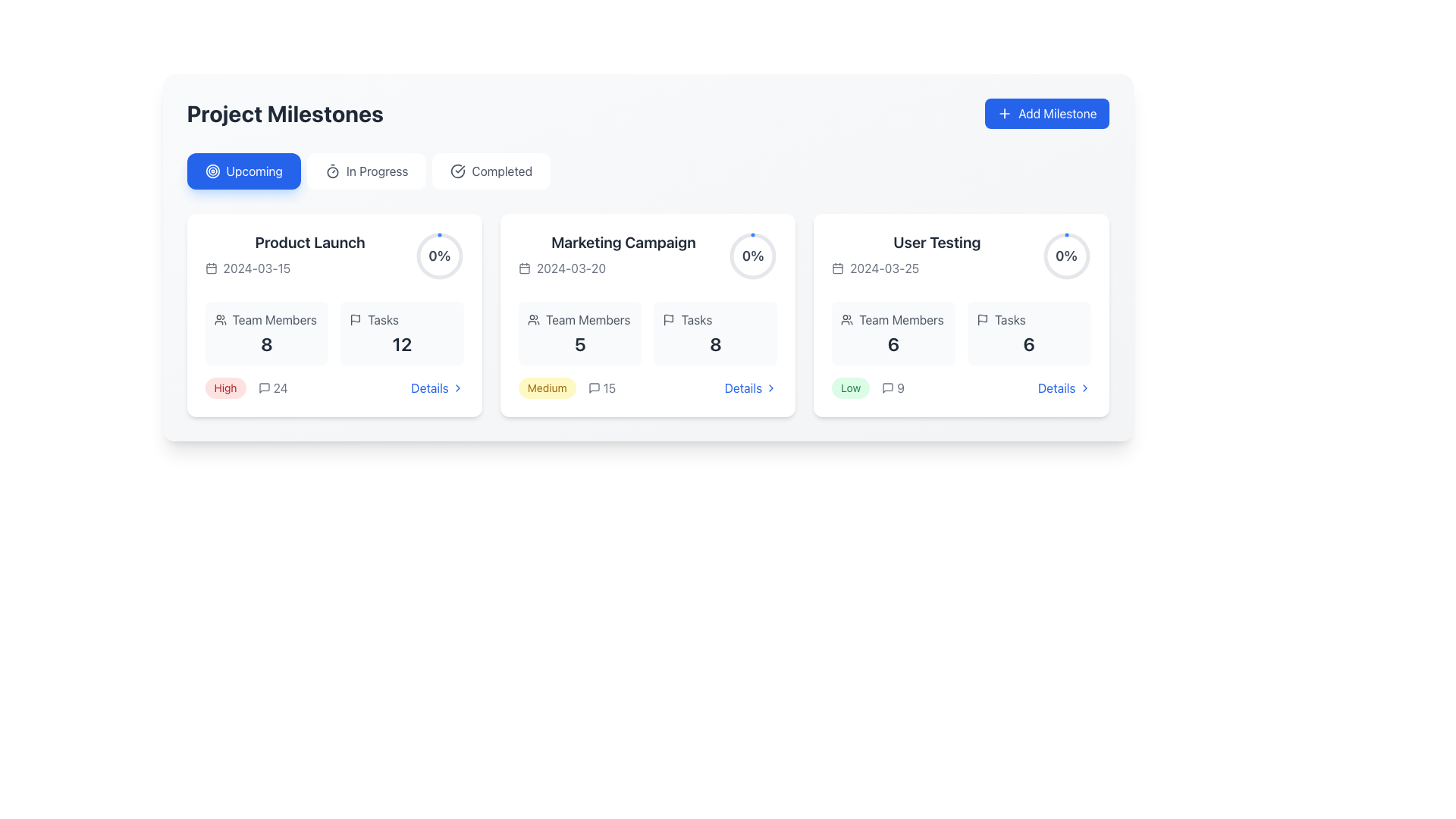 The image size is (1456, 819). Describe the element at coordinates (623, 256) in the screenshot. I see `contextual information about the project milestone, specifically its title and associated date, located in the middle card under 'Project Milestones'` at that location.